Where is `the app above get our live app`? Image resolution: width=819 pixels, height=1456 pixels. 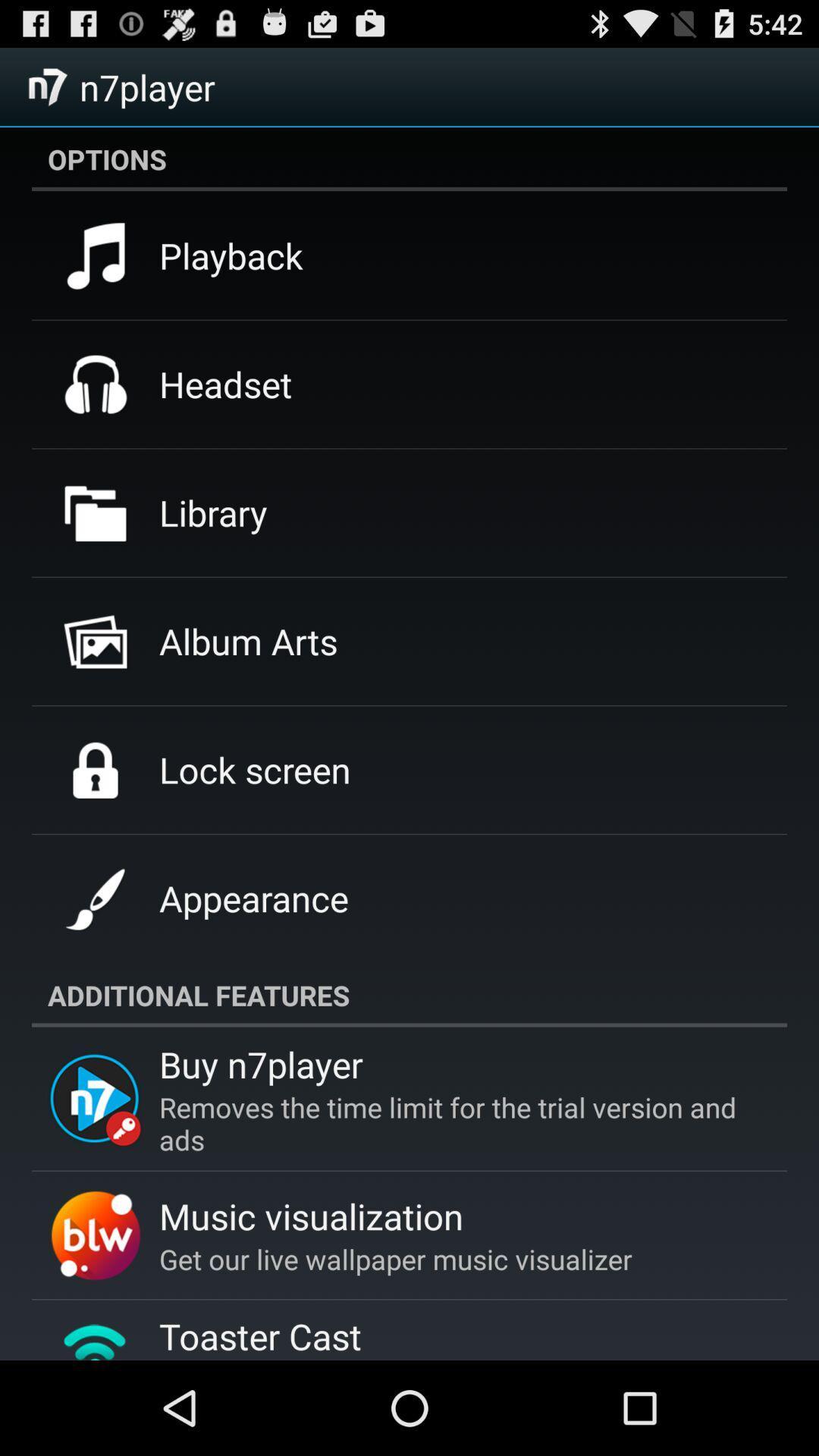
the app above get our live app is located at coordinates (310, 1216).